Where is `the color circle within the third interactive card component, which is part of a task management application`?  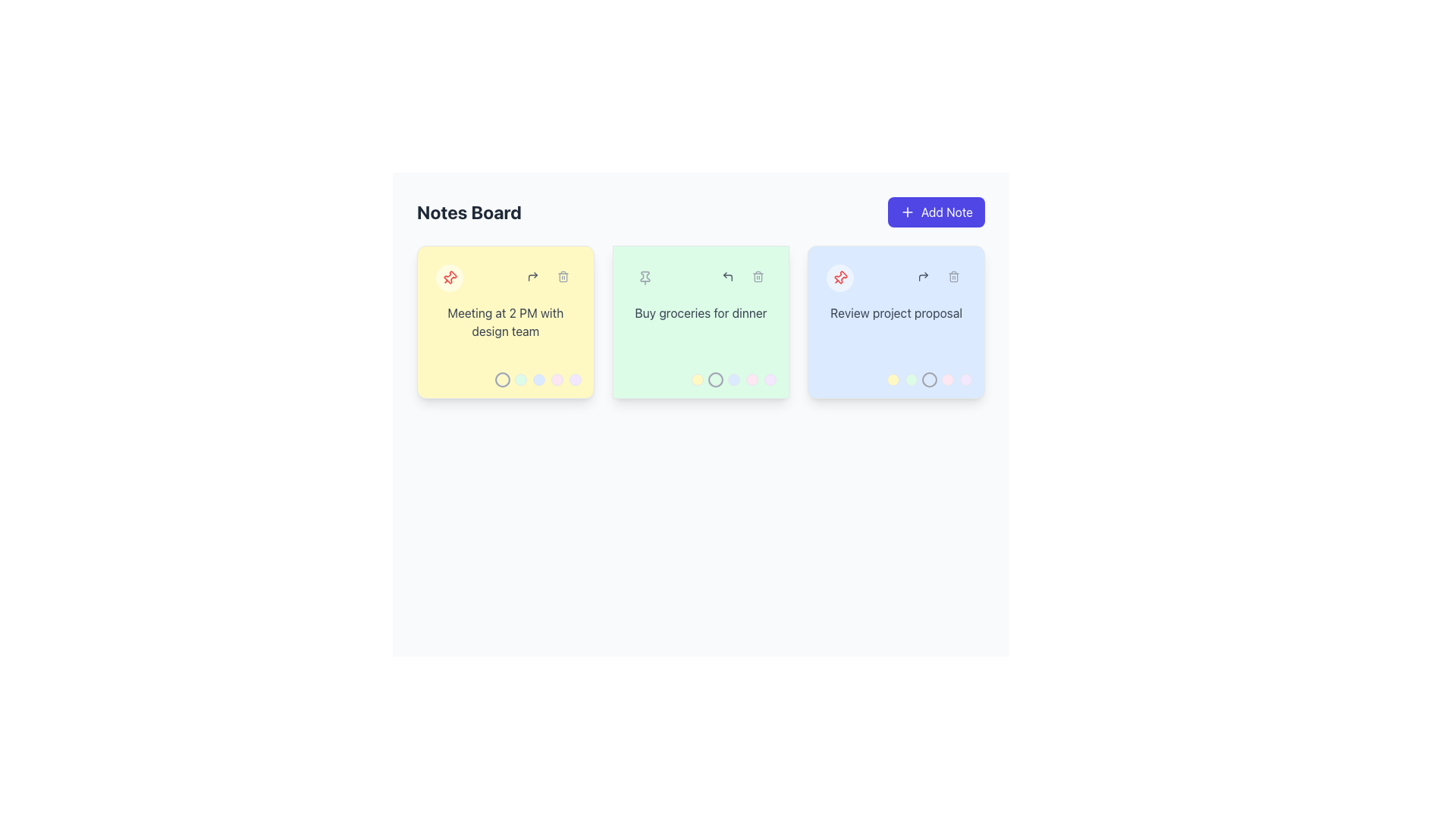 the color circle within the third interactive card component, which is part of a task management application is located at coordinates (896, 321).